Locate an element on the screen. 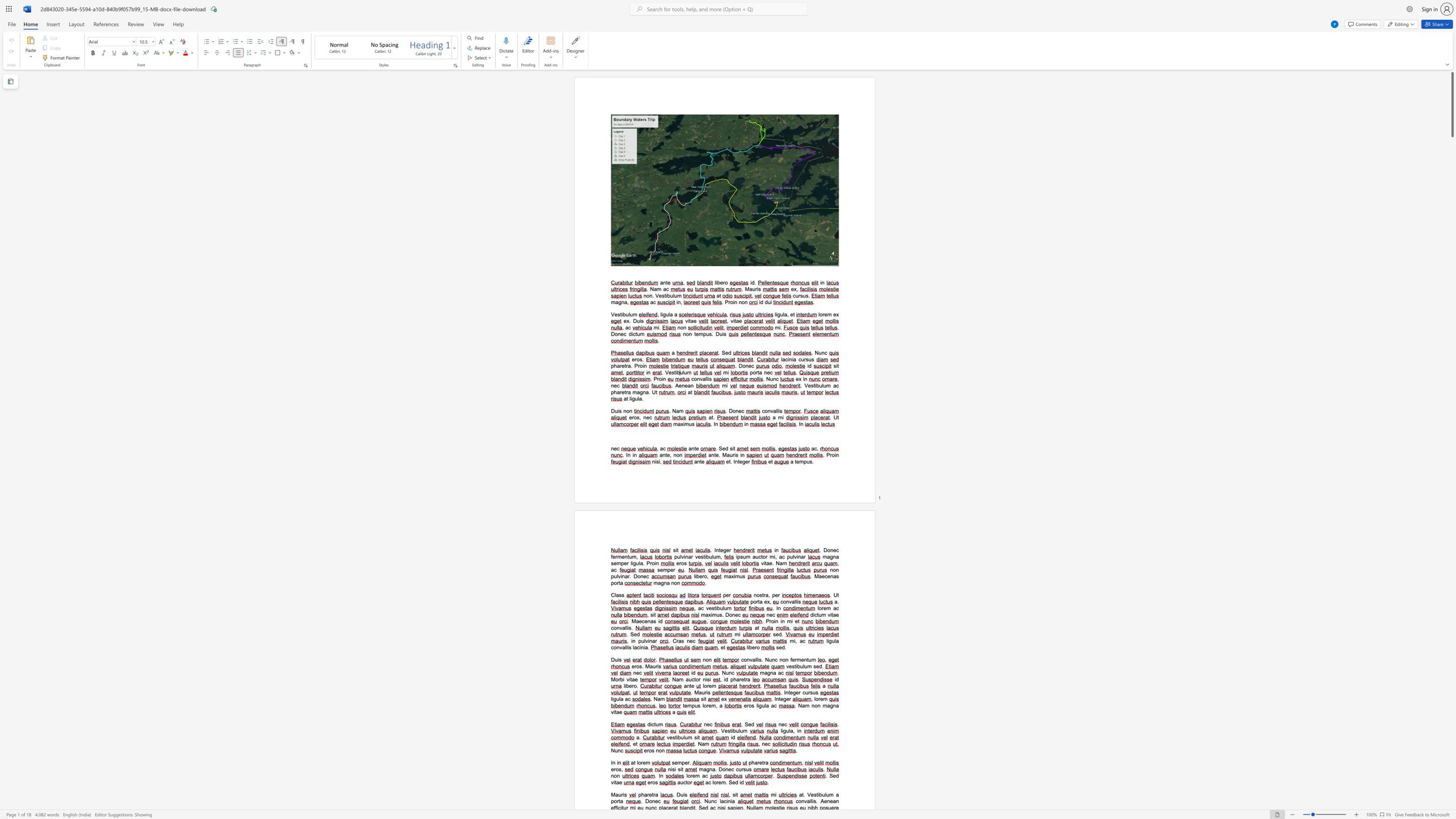 Image resolution: width=1456 pixels, height=819 pixels. the space between the continuous character "l" and "i" in the text is located at coordinates (778, 410).